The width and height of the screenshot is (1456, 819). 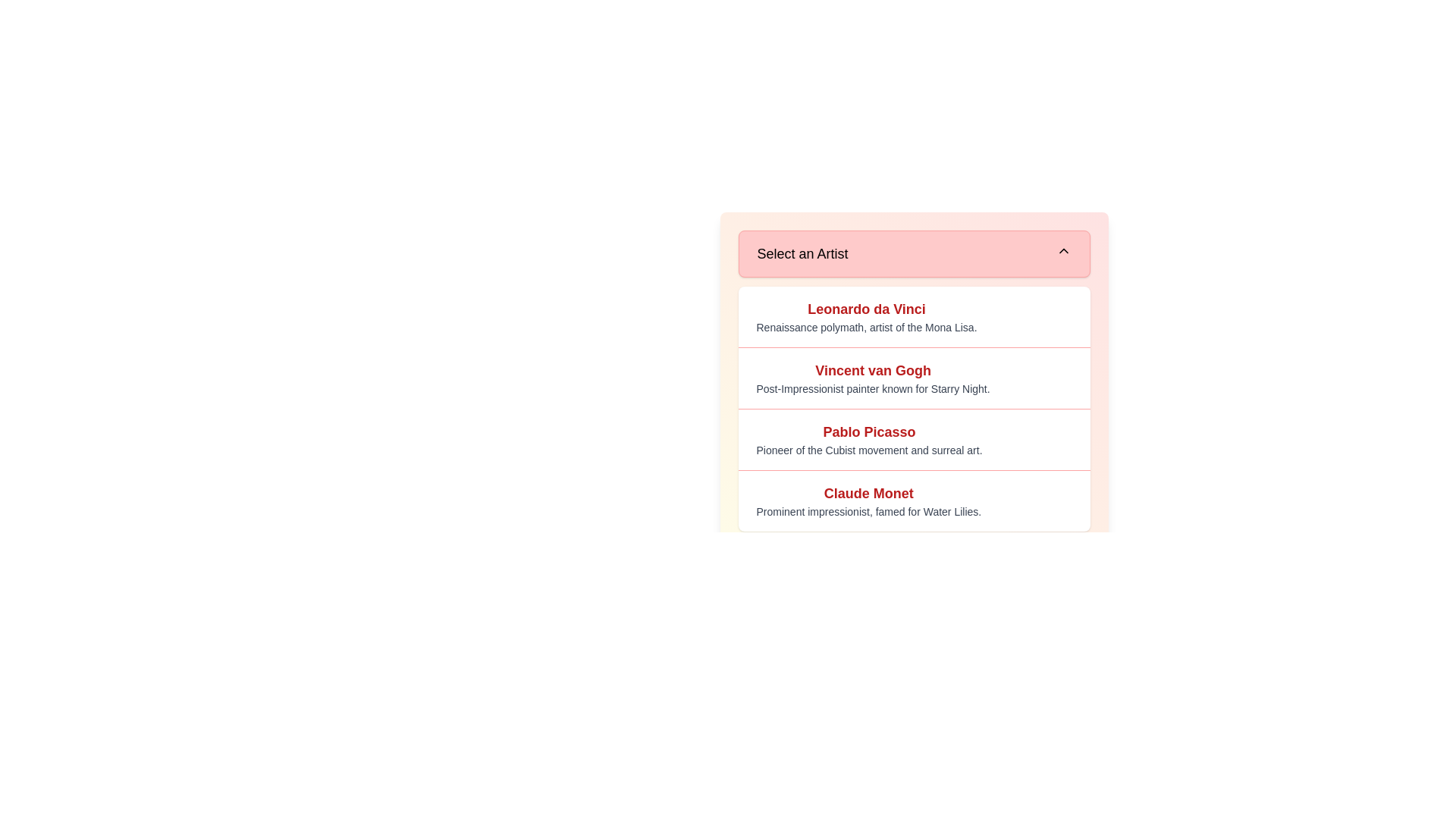 What do you see at coordinates (866, 327) in the screenshot?
I see `the descriptive text label that provides information about the highlighted artist, positioned below the 'Leonardo da Vinci' heading` at bounding box center [866, 327].